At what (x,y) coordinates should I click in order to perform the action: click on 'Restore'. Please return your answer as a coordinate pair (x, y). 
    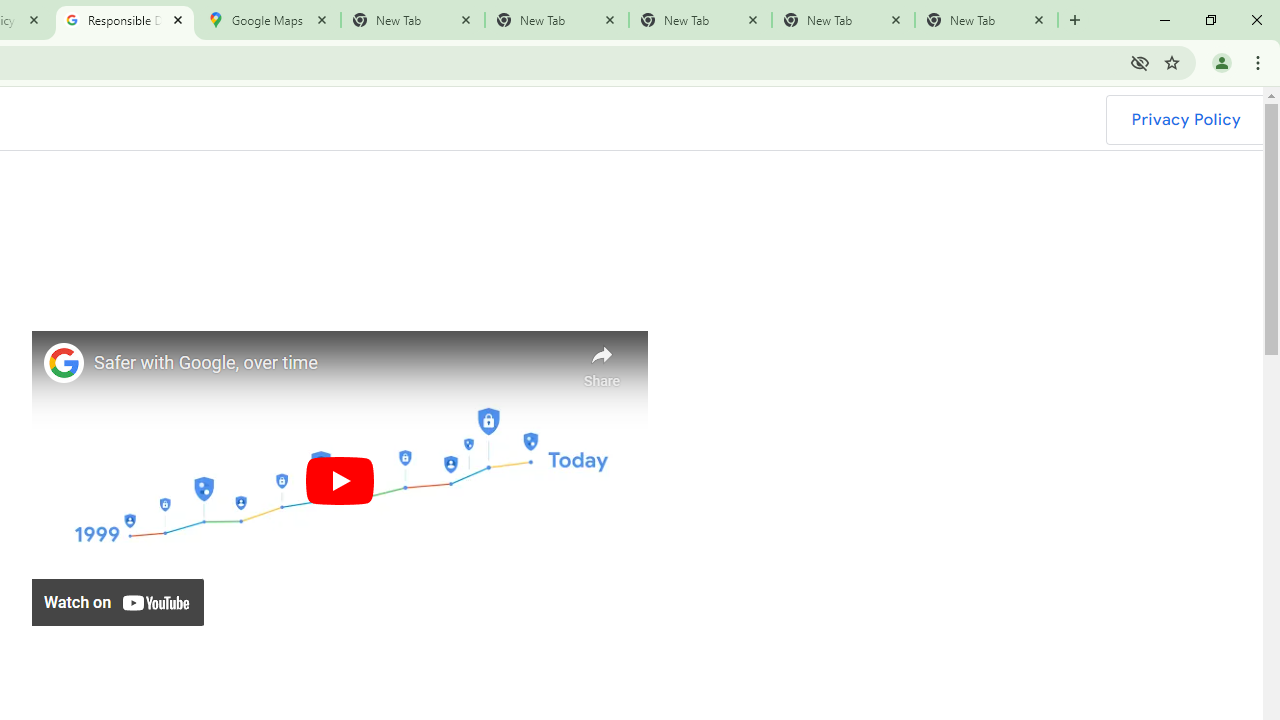
    Looking at the image, I should click on (1209, 20).